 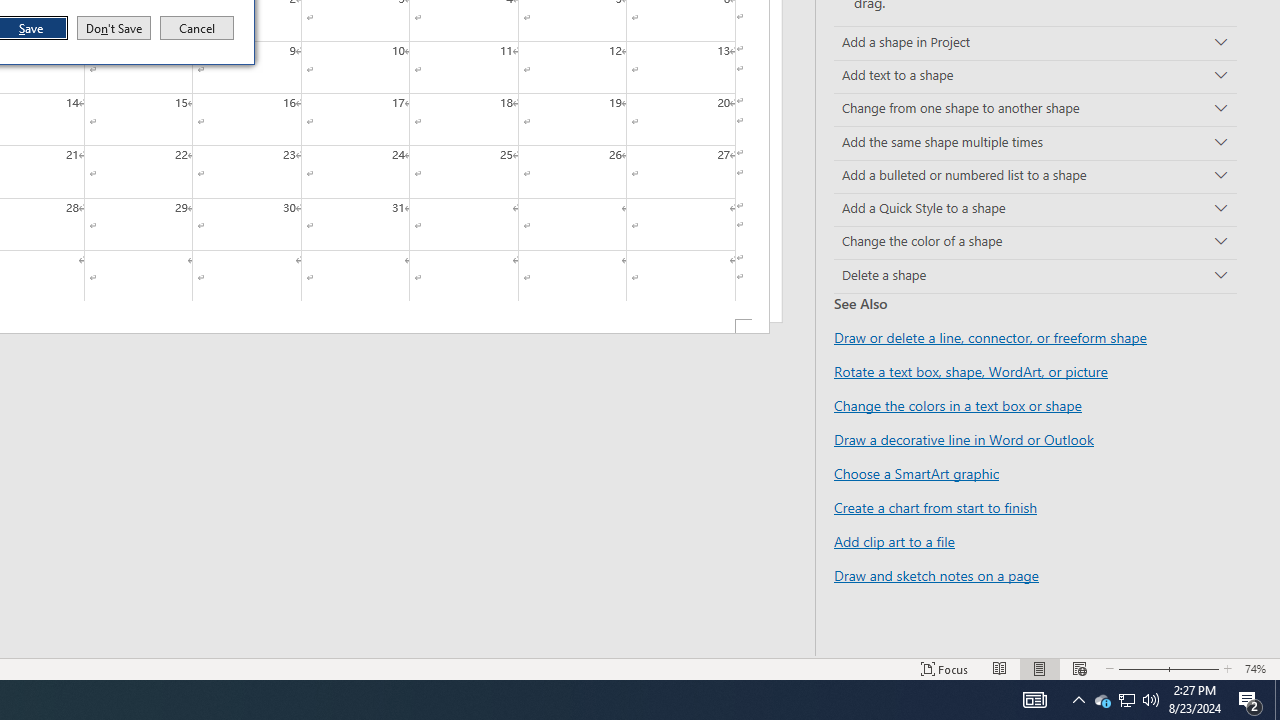 I want to click on 'Web Layout', so click(x=1078, y=669).